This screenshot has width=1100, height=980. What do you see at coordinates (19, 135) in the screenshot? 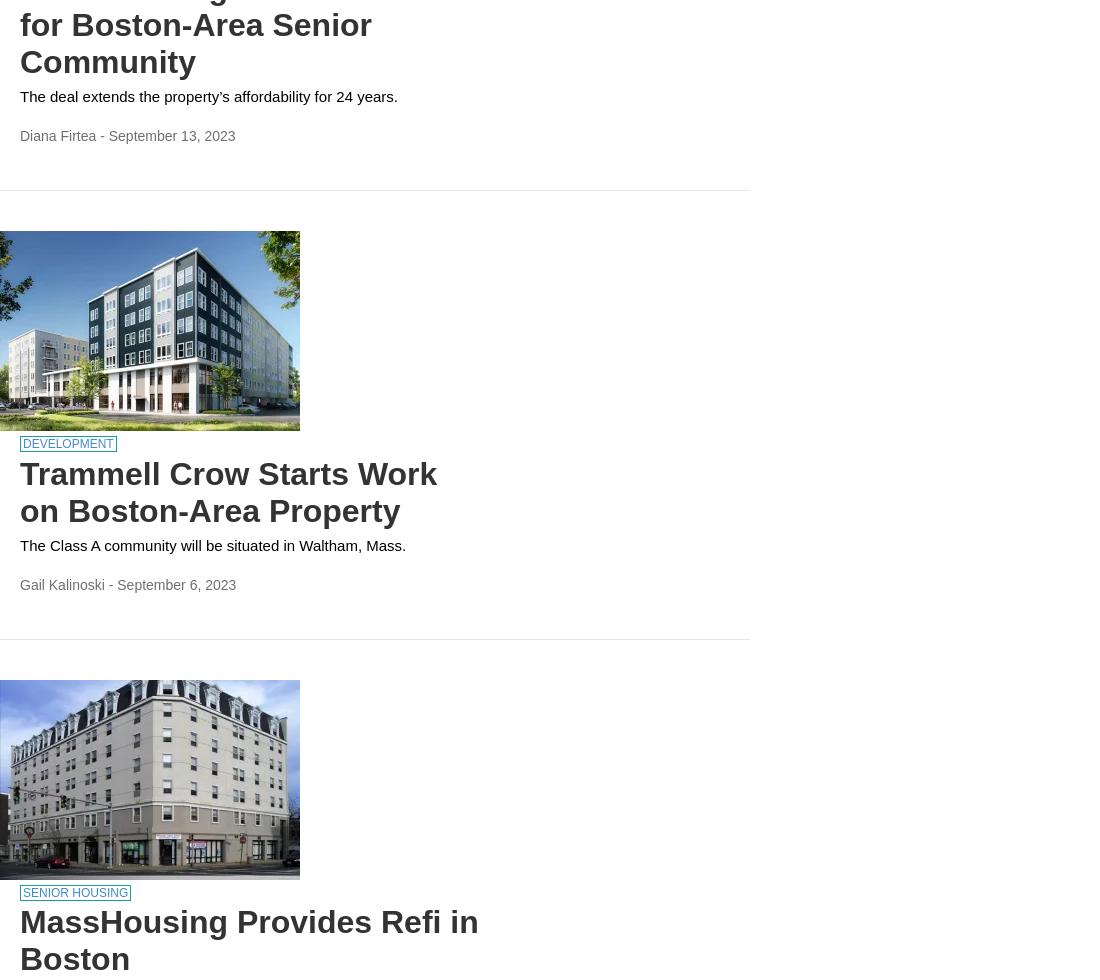
I see `'Diana Firtea'` at bounding box center [19, 135].